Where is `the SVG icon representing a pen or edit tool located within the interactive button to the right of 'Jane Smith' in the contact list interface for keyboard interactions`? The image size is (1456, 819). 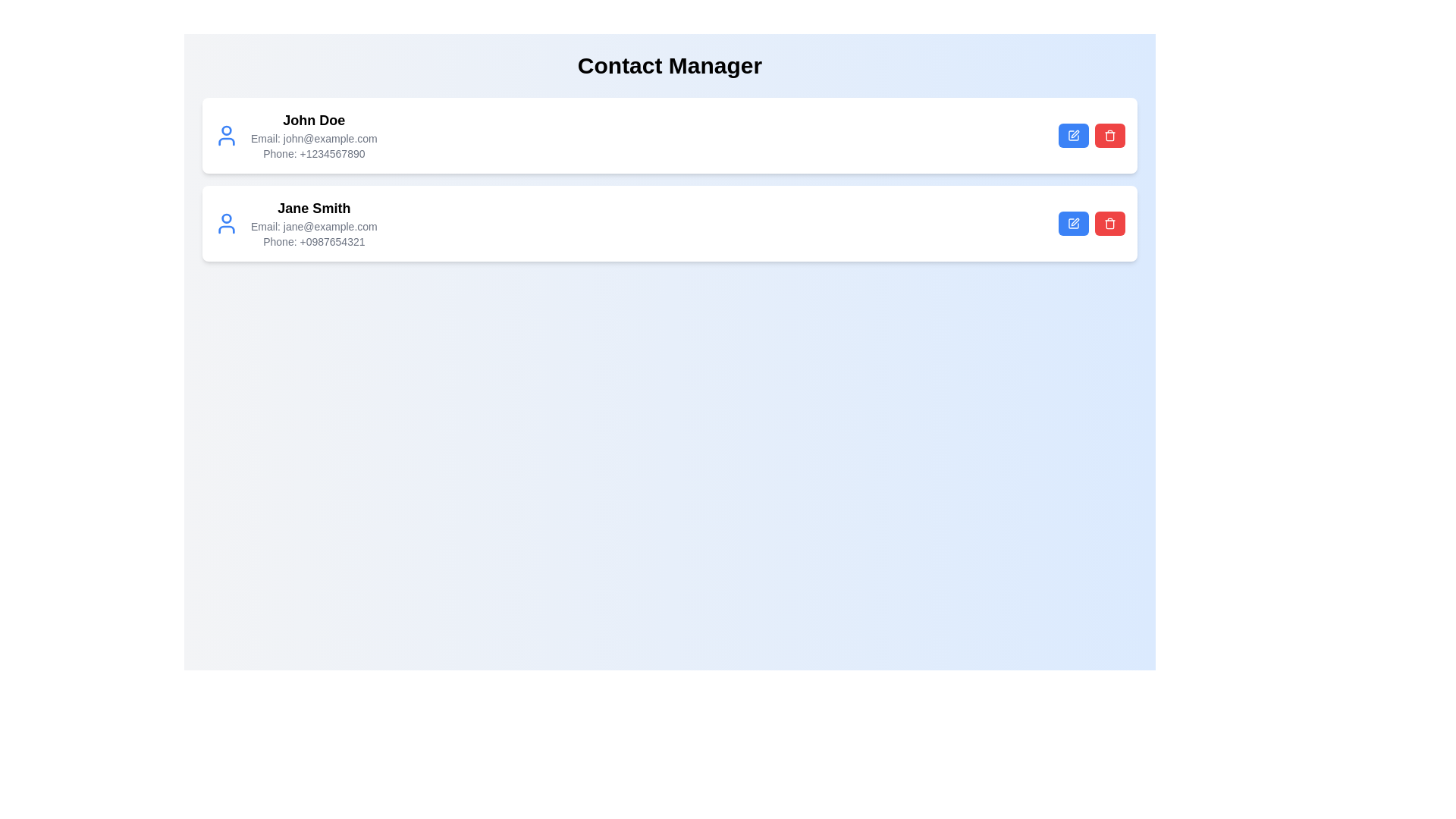
the SVG icon representing a pen or edit tool located within the interactive button to the right of 'Jane Smith' in the contact list interface for keyboard interactions is located at coordinates (1074, 222).